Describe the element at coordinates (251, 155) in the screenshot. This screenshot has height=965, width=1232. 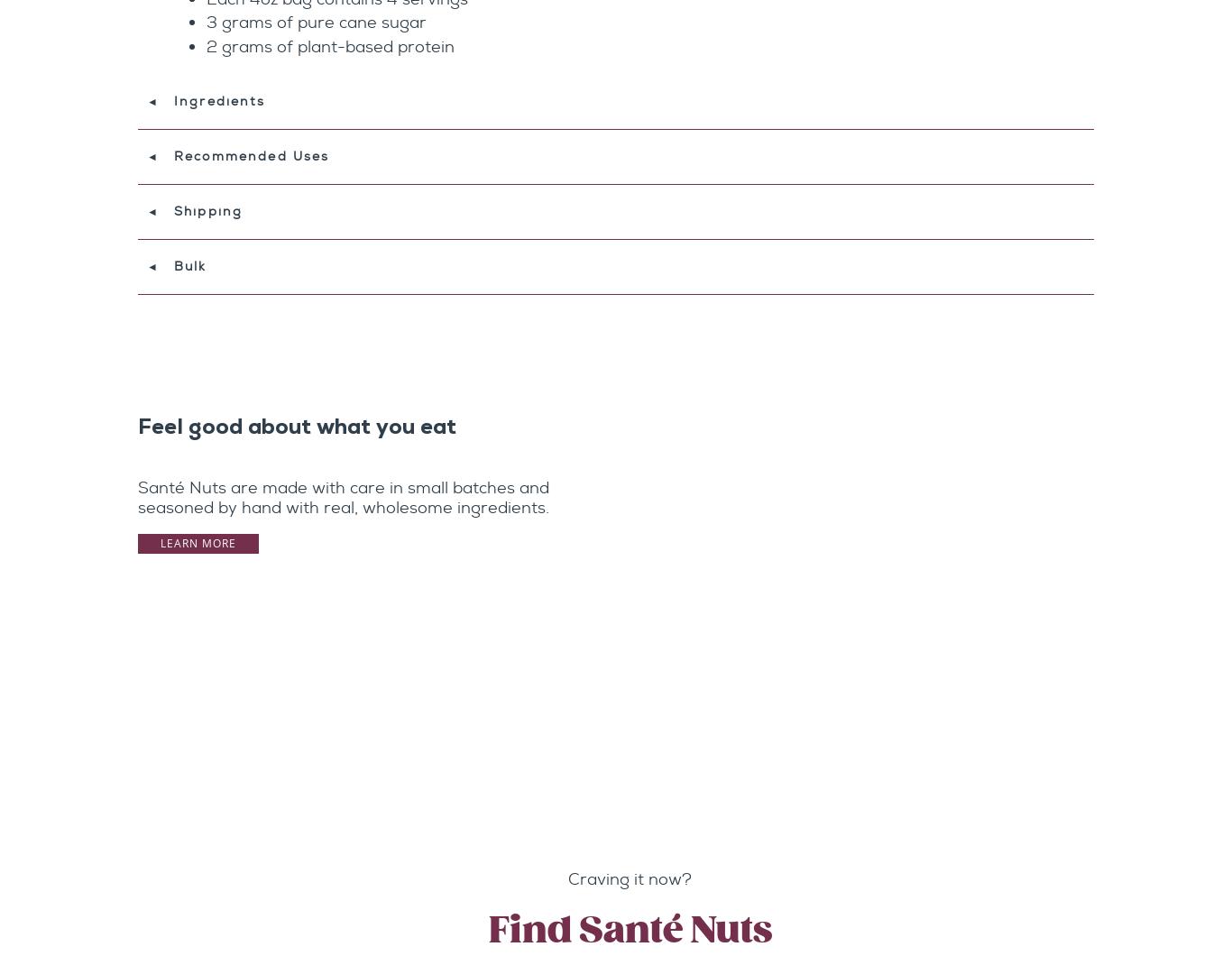
I see `'Recommended Uses'` at that location.